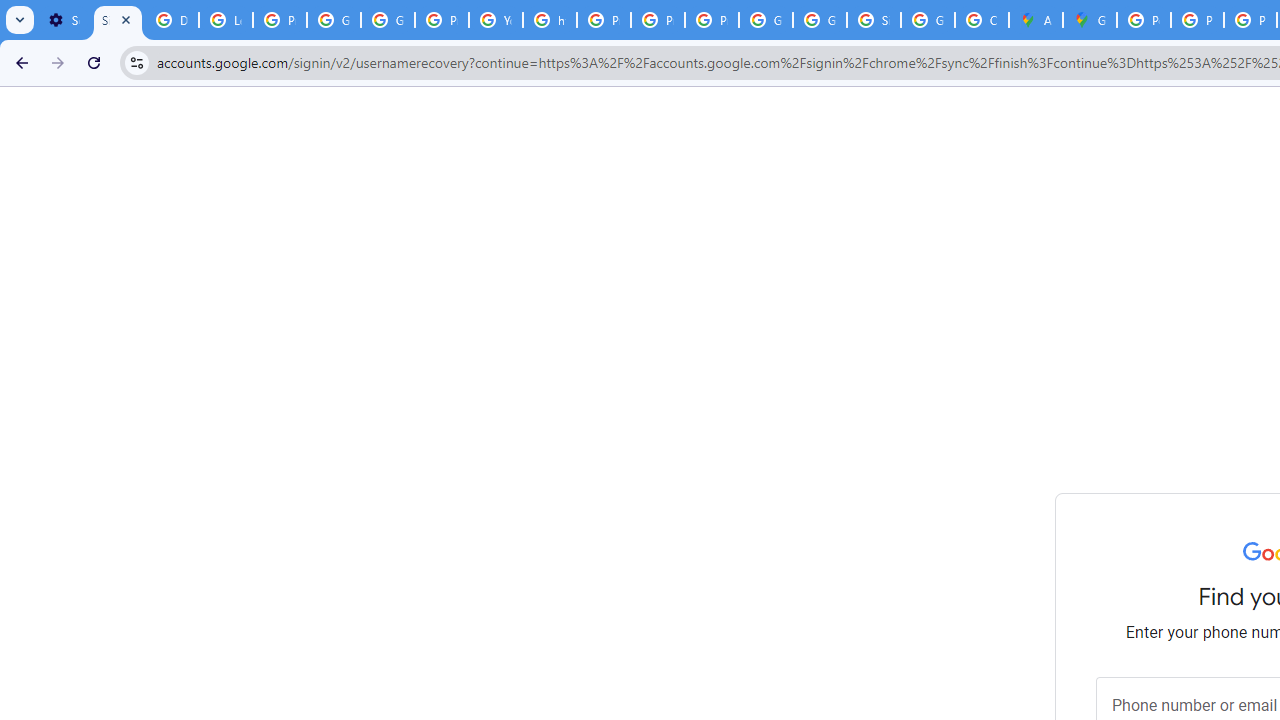  What do you see at coordinates (64, 20) in the screenshot?
I see `'Settings - On startup'` at bounding box center [64, 20].